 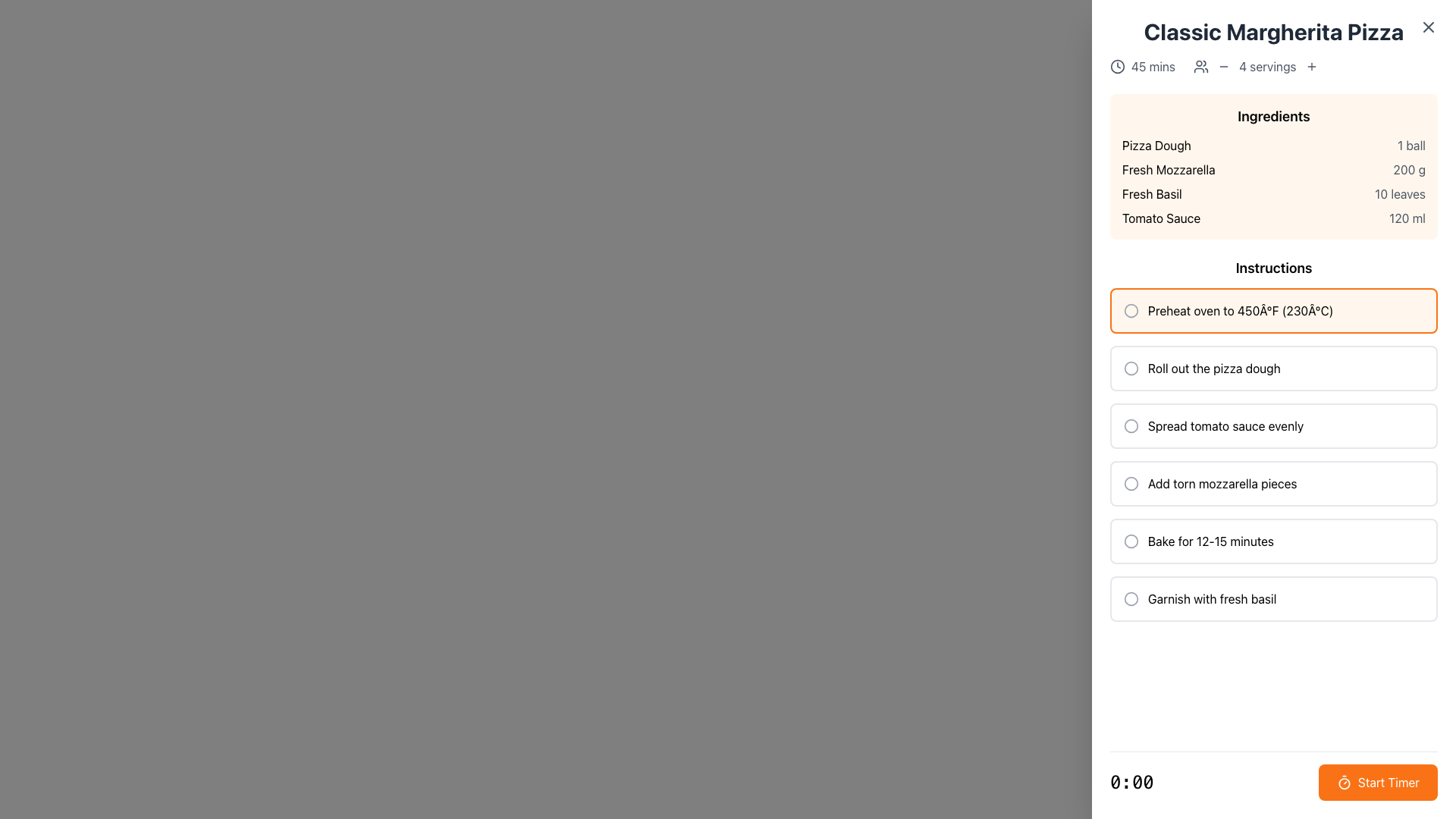 What do you see at coordinates (1131, 426) in the screenshot?
I see `the circular icon with a gray border located to the left of the text 'Spread tomato sauce evenly' in the instructions list` at bounding box center [1131, 426].